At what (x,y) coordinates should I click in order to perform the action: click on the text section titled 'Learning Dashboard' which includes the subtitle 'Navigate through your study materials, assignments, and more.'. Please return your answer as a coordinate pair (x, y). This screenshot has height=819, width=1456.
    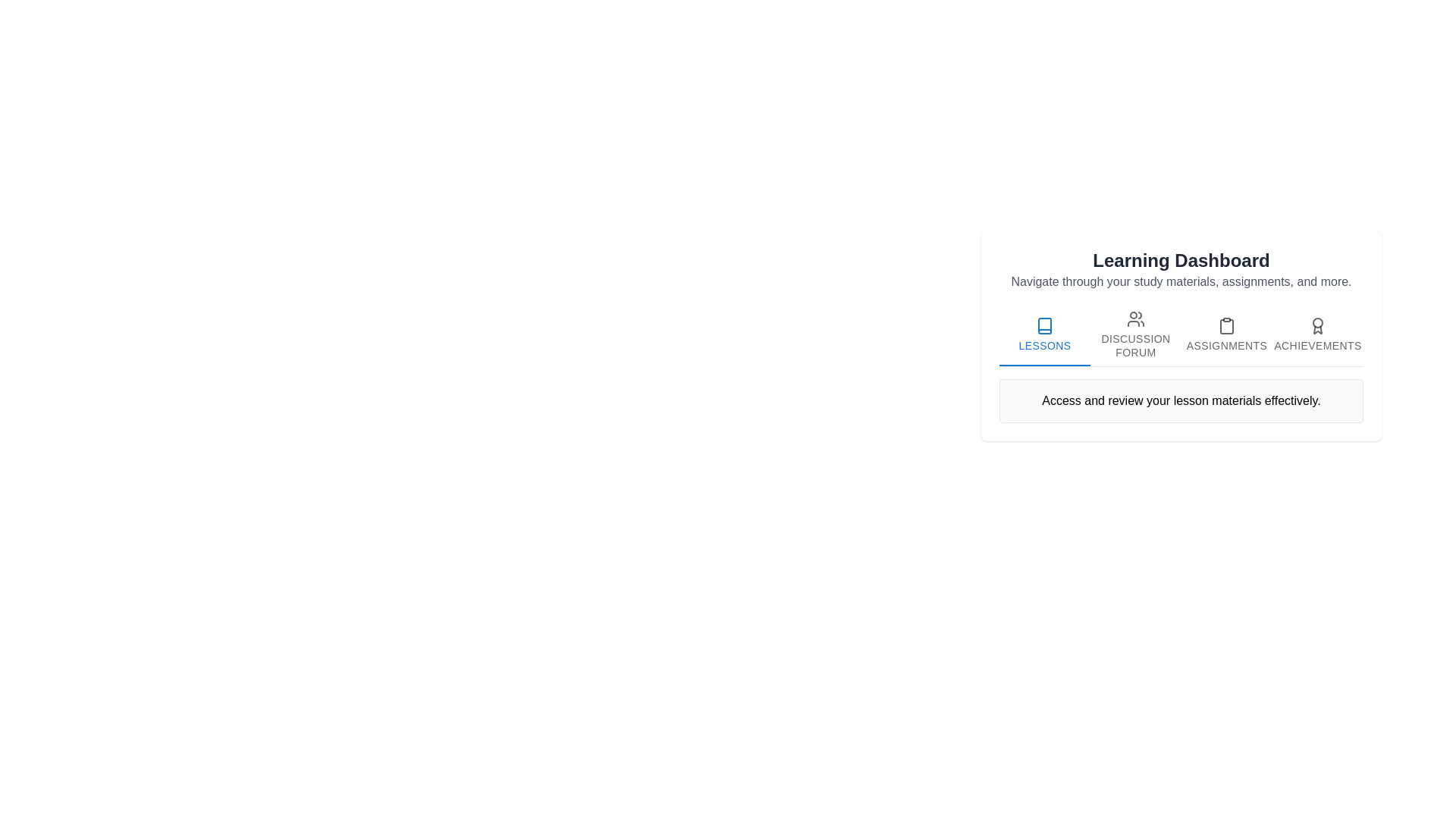
    Looking at the image, I should click on (1181, 268).